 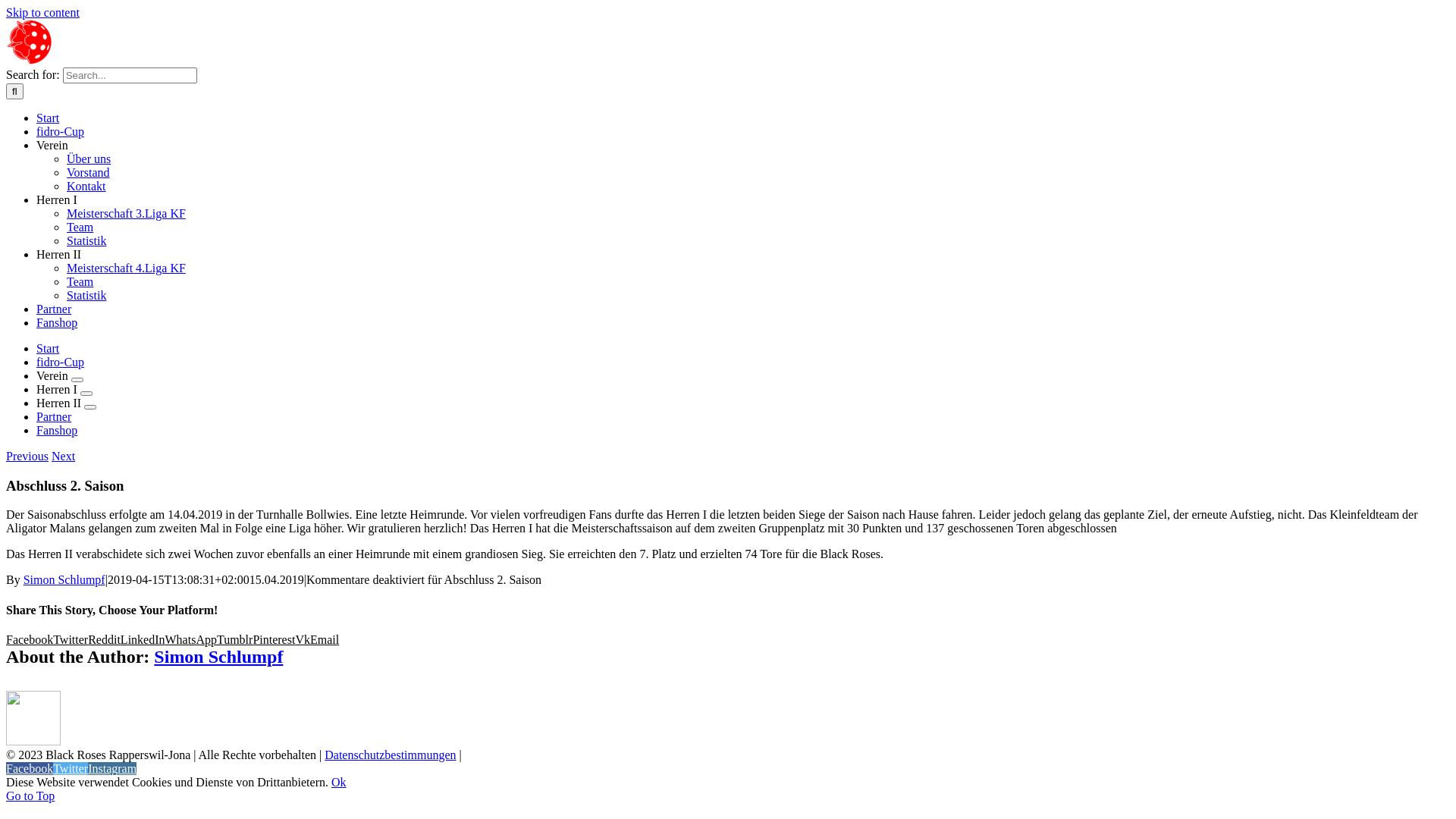 What do you see at coordinates (6, 768) in the screenshot?
I see `'Facebook'` at bounding box center [6, 768].